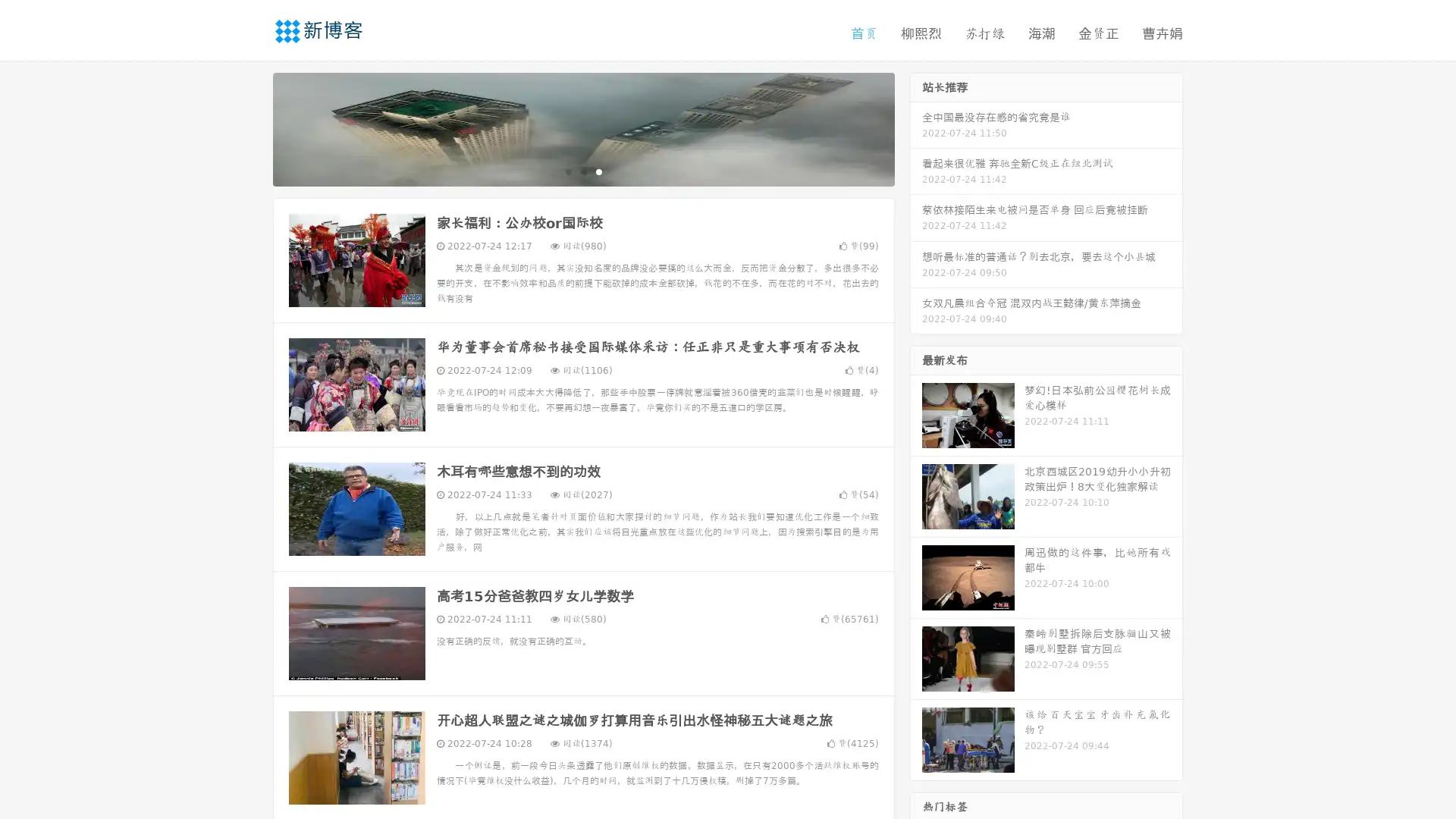  I want to click on Go to slide 1, so click(567, 171).